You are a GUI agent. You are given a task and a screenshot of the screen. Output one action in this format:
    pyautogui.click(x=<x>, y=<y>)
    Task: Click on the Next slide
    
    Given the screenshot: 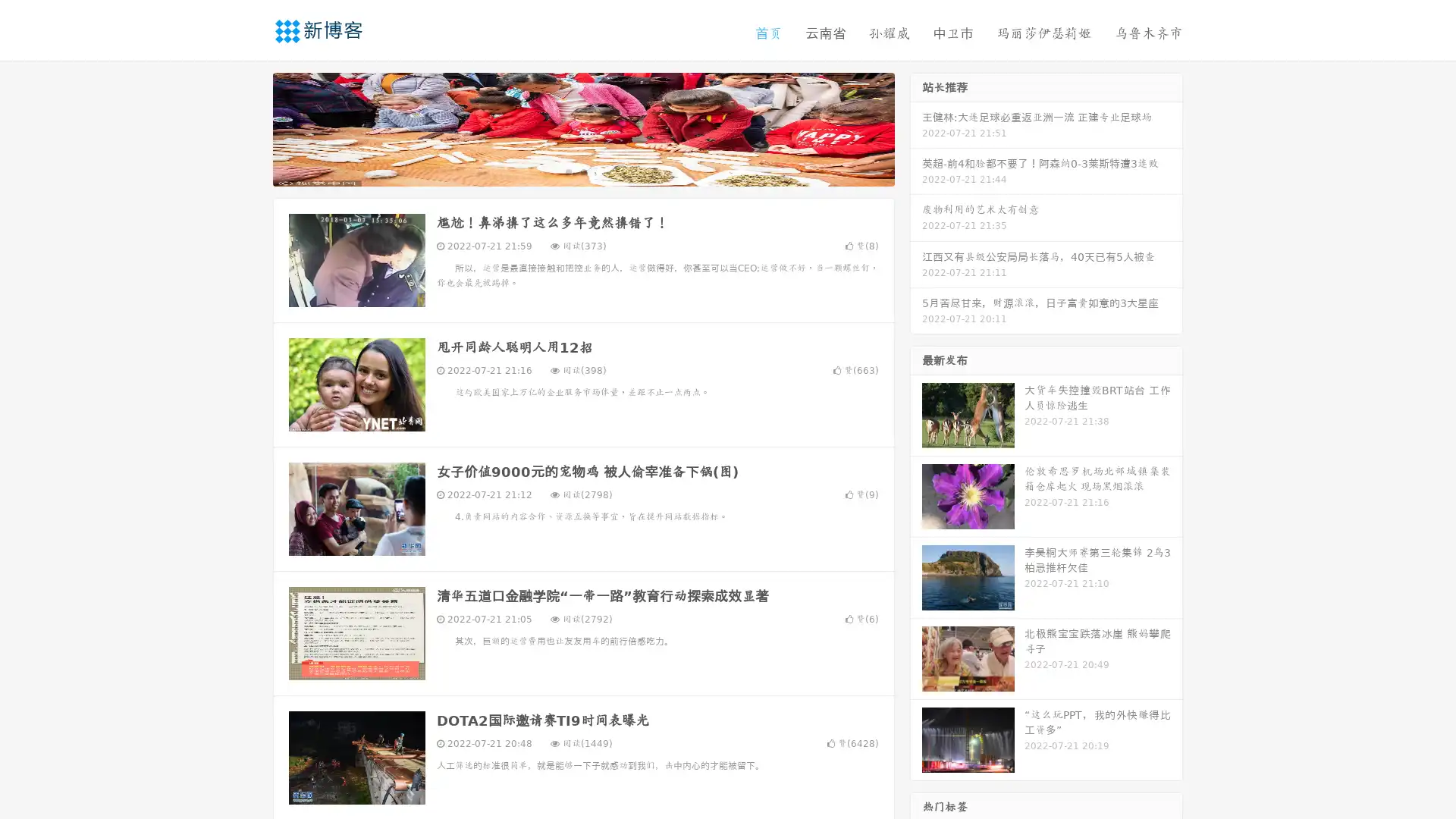 What is the action you would take?
    pyautogui.click(x=916, y=127)
    